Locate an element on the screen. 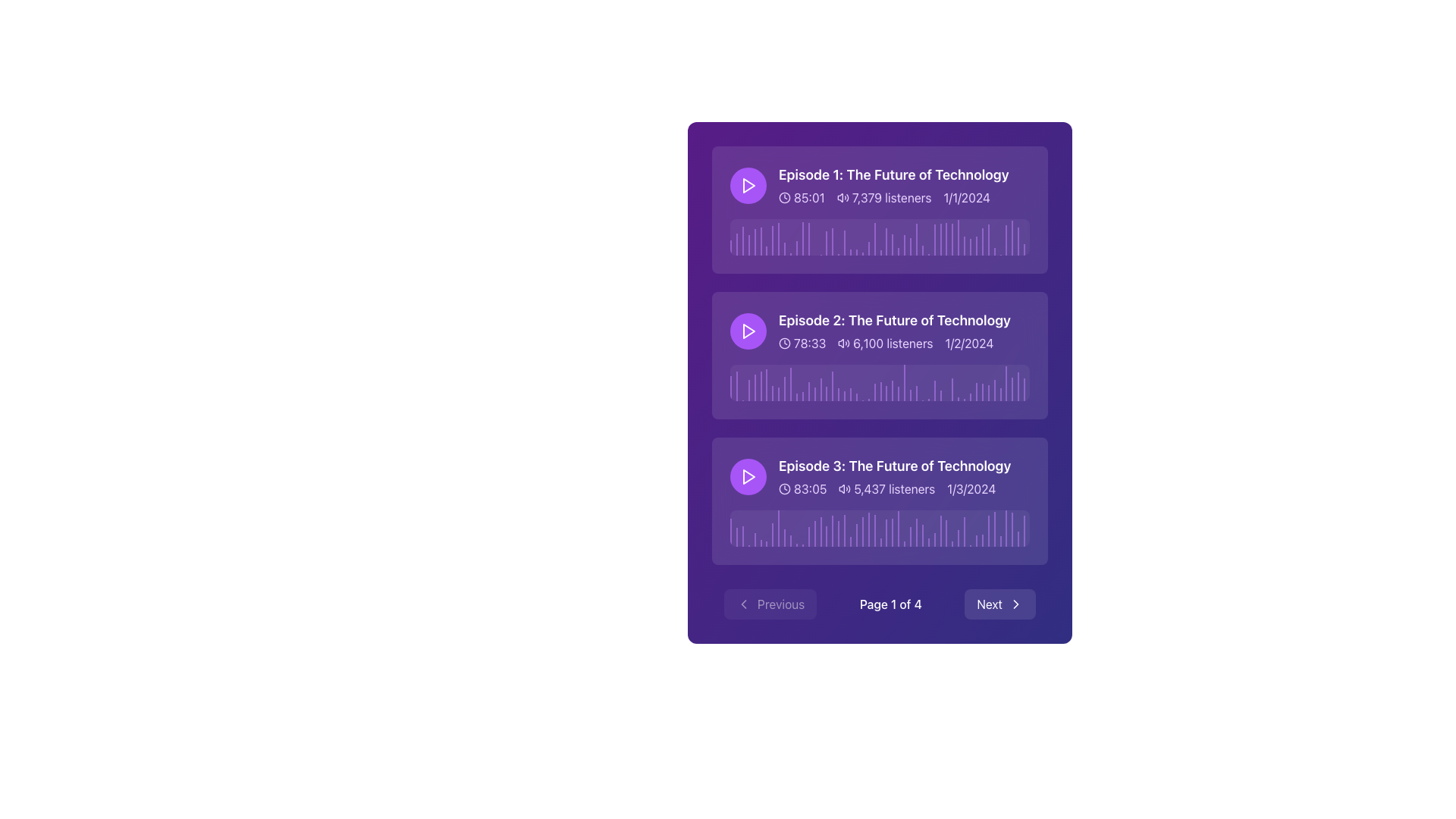  the Playback Progress Indicator, a thin vertical purple bar with a translucent effect located within the waveform visualization of the third episodic card is located at coordinates (832, 530).